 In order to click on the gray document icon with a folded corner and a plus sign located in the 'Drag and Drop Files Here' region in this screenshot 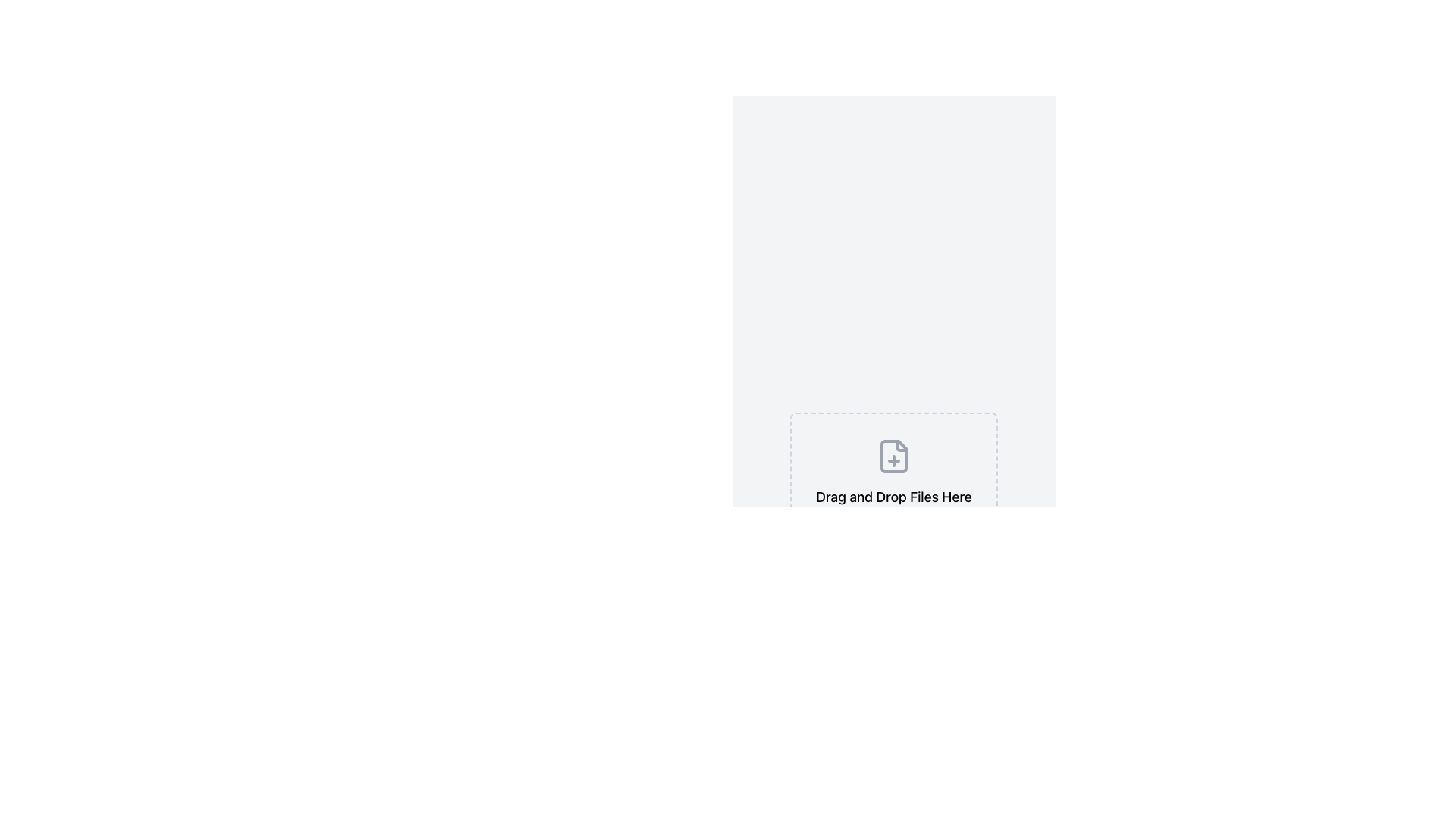, I will do `click(894, 455)`.